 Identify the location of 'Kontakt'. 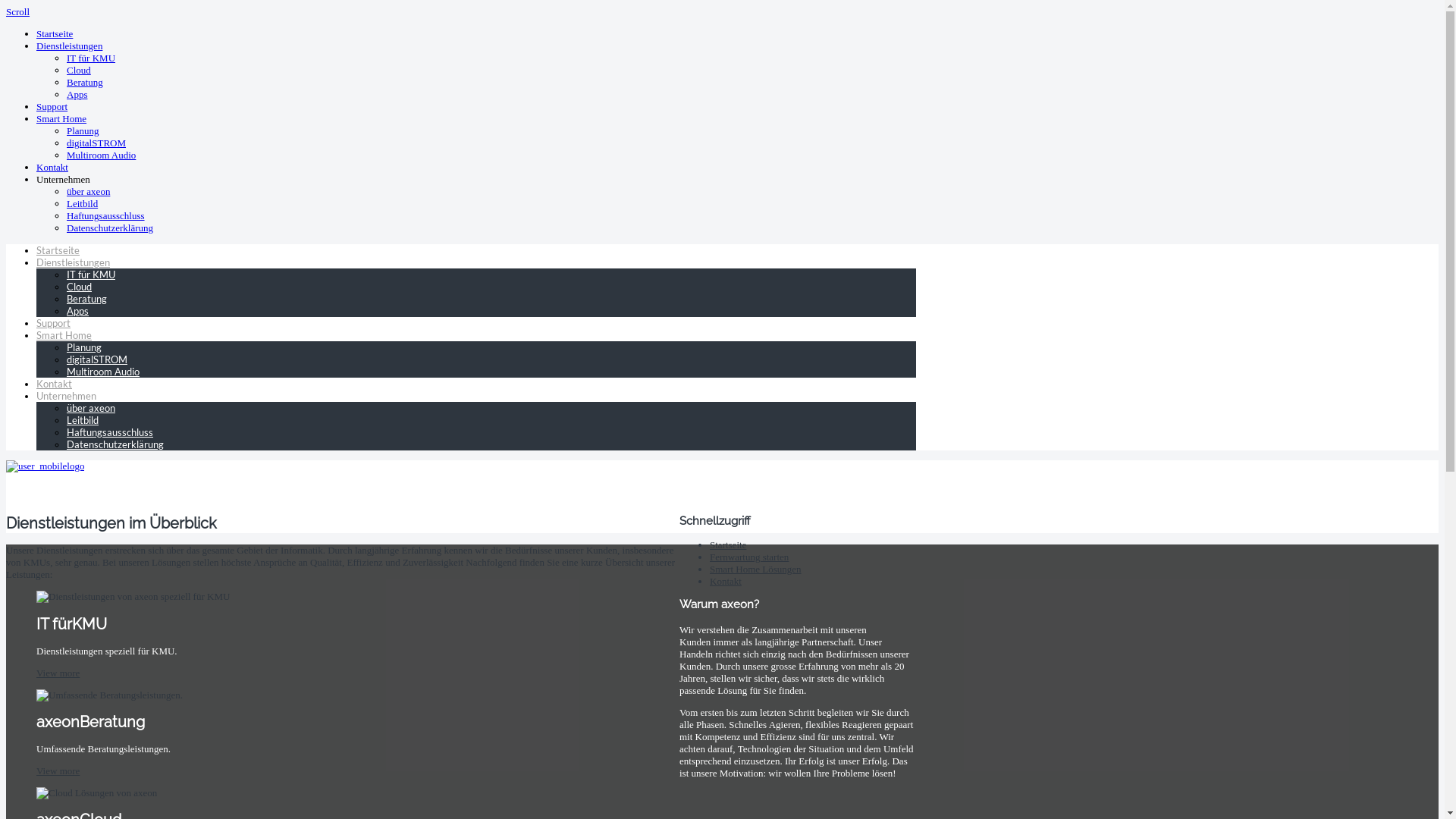
(52, 167).